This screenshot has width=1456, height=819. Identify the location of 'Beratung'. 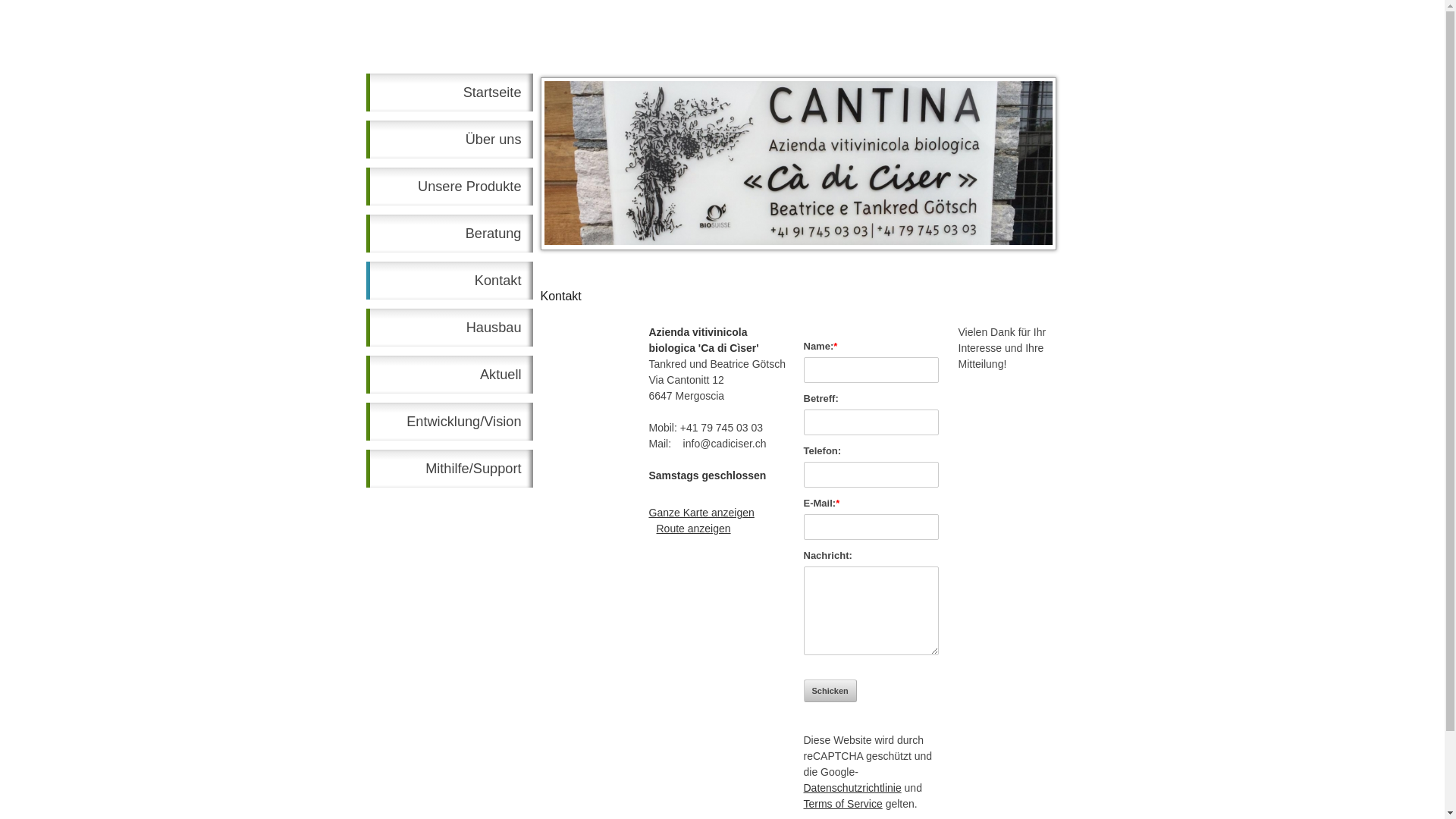
(365, 234).